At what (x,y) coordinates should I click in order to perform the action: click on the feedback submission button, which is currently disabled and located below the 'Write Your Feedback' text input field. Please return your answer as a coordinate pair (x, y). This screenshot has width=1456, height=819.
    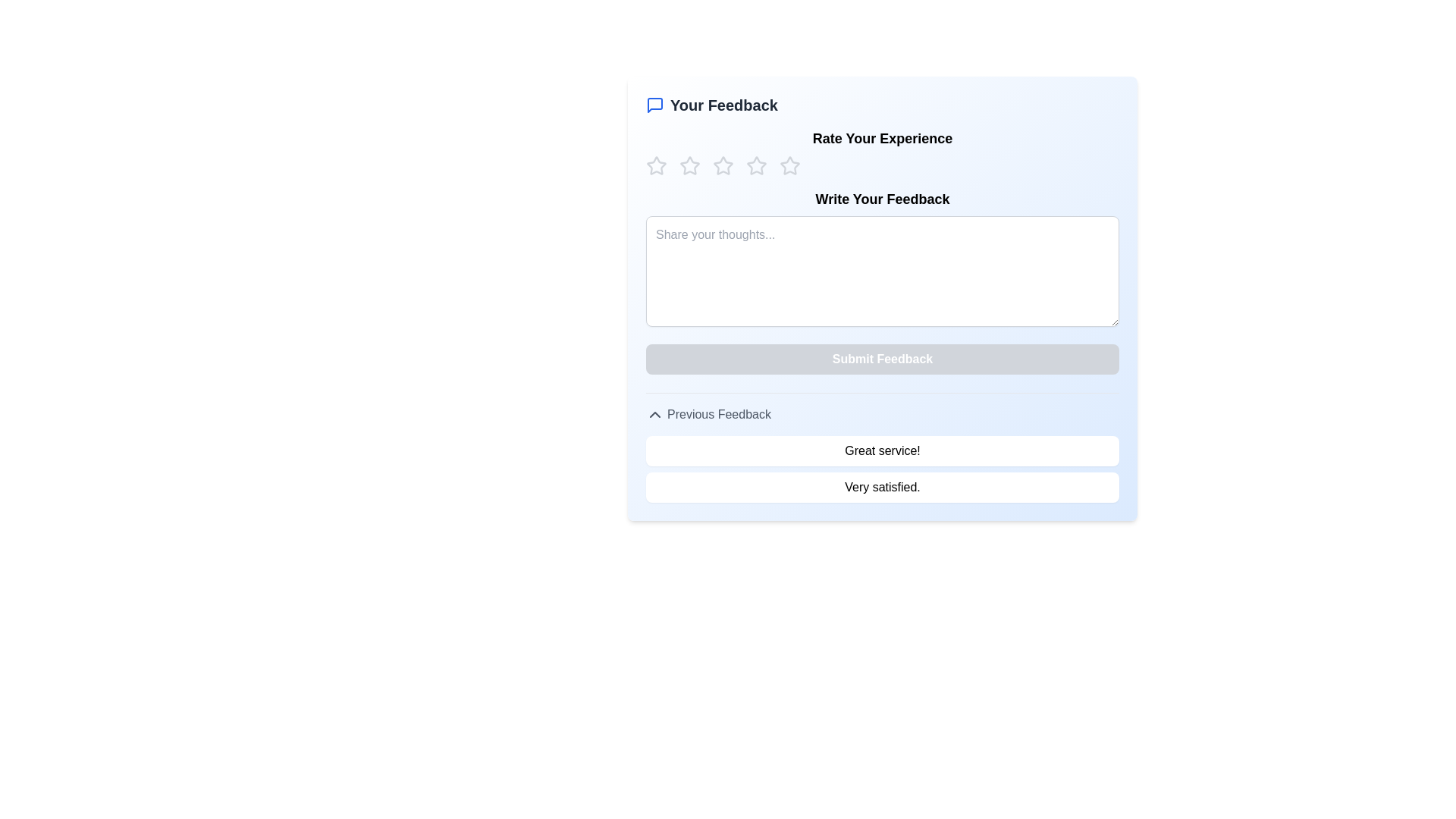
    Looking at the image, I should click on (882, 359).